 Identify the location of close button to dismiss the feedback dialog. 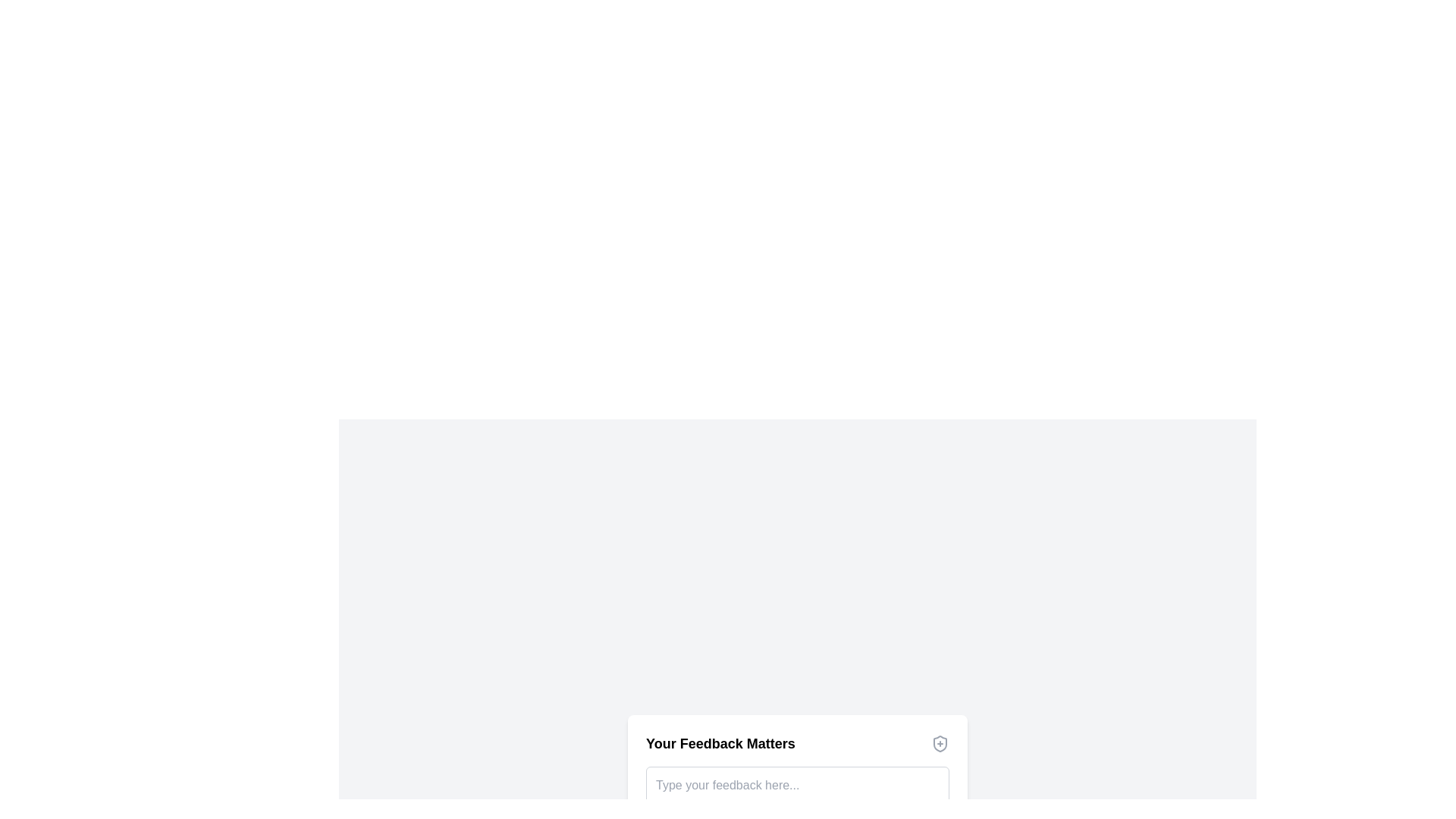
(939, 742).